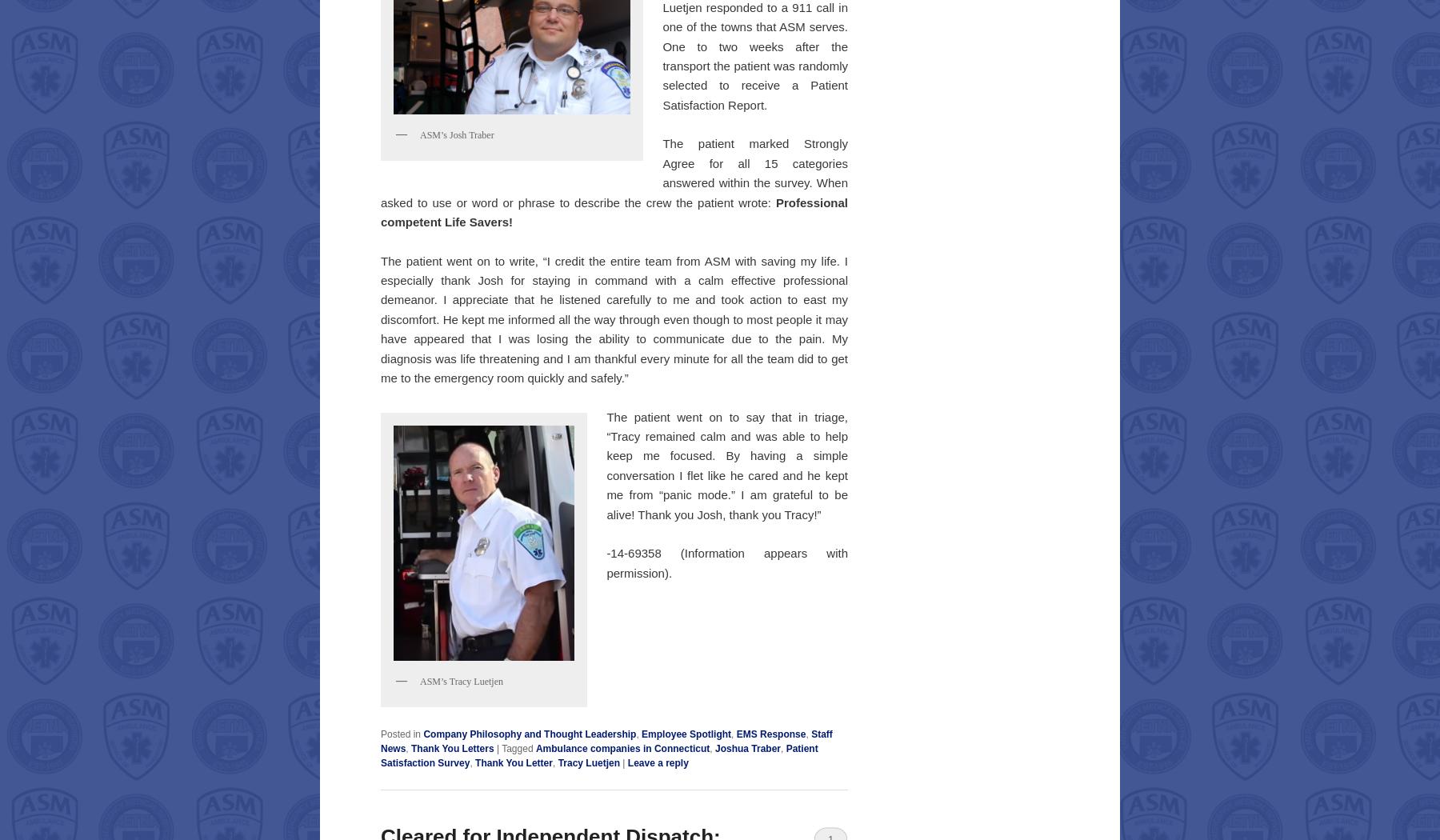 The height and width of the screenshot is (840, 1440). Describe the element at coordinates (462, 681) in the screenshot. I see `'ASM’s Tracy Luetjen'` at that location.